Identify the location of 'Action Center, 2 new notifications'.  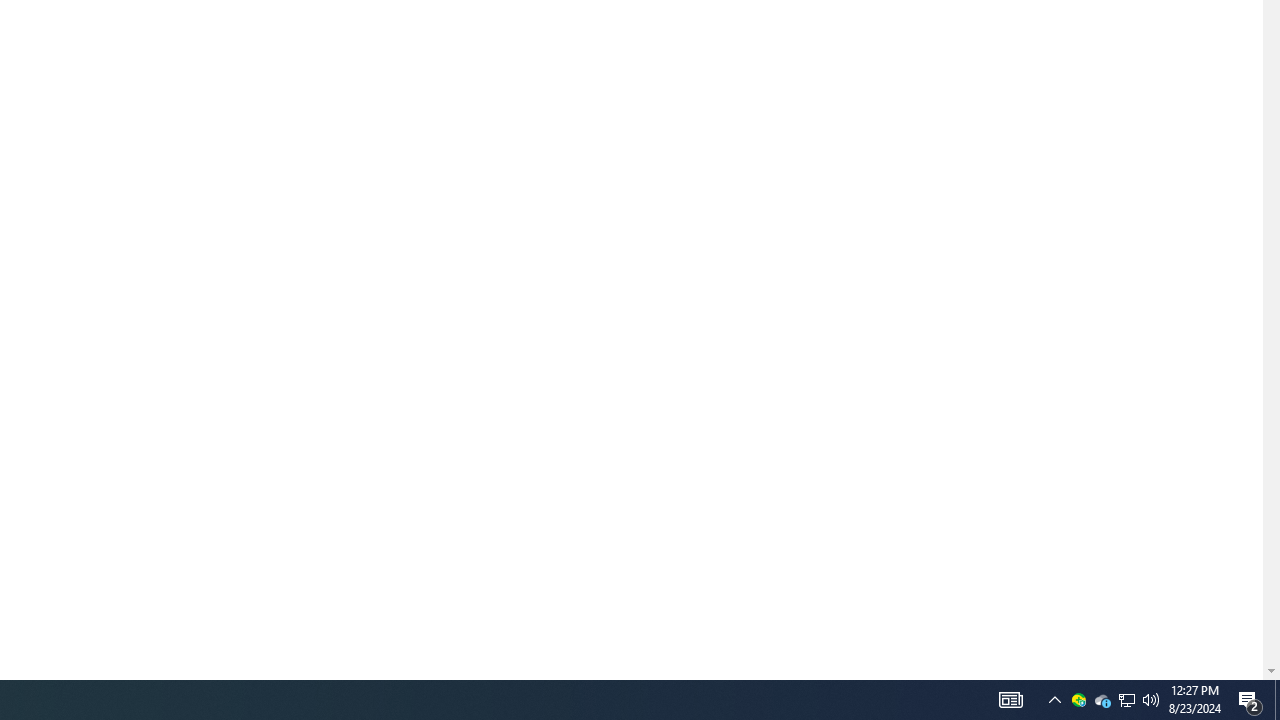
(1250, 698).